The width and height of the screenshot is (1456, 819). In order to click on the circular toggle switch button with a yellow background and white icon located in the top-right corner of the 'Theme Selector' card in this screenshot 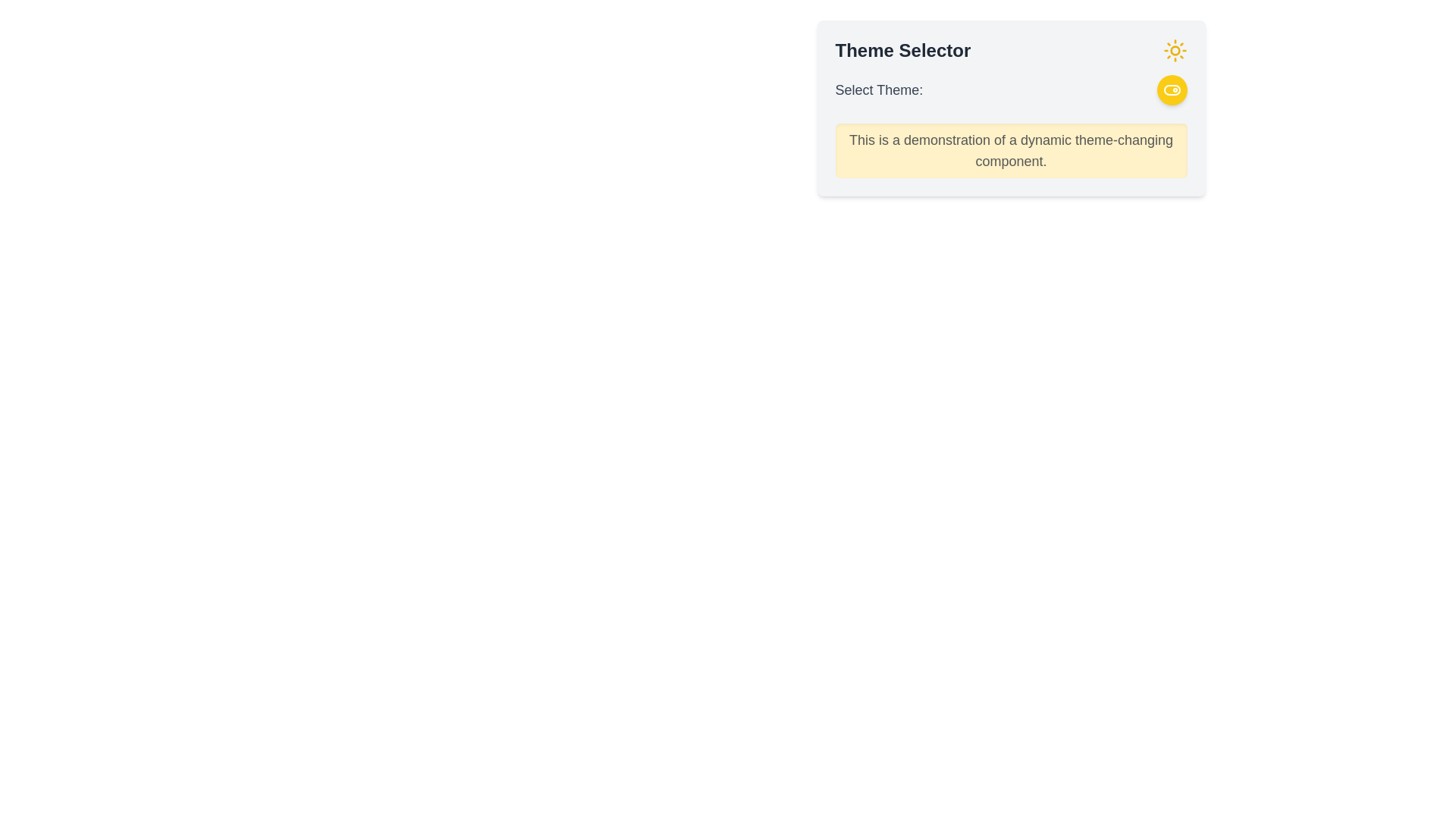, I will do `click(1171, 90)`.